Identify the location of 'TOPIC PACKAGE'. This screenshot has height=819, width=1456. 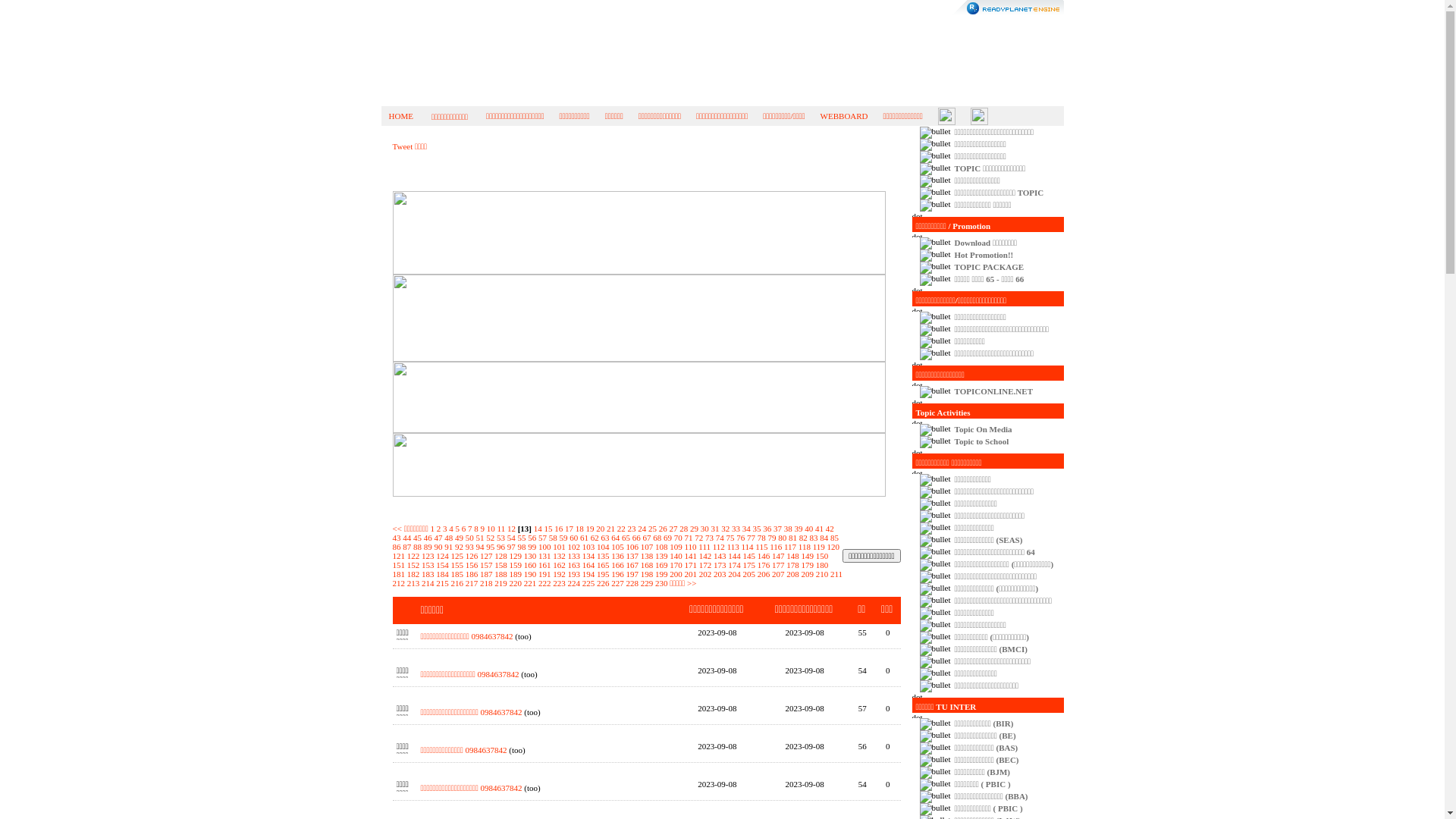
(990, 265).